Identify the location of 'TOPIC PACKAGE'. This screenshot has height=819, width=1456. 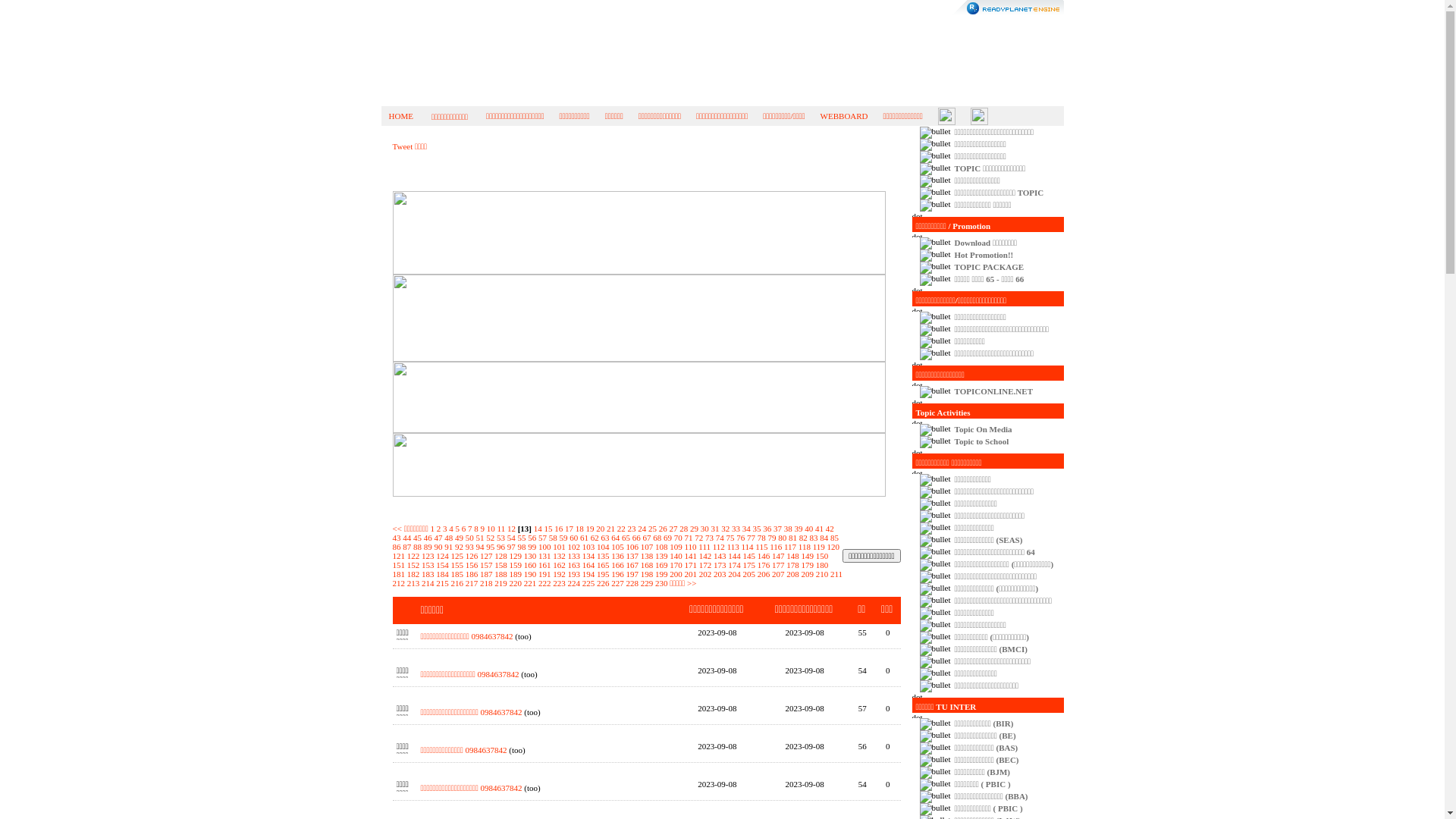
(990, 265).